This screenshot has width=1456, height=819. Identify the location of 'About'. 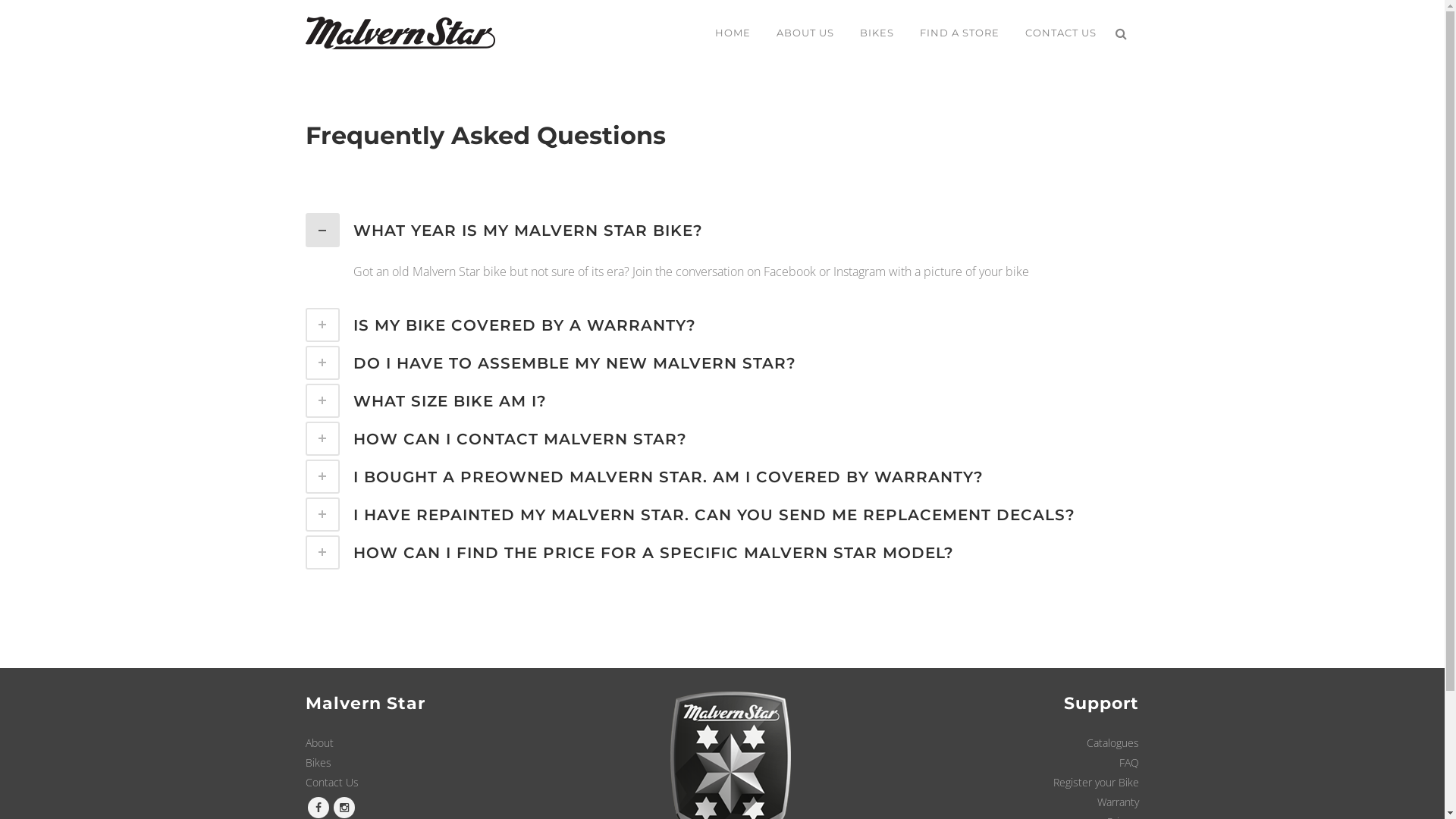
(318, 742).